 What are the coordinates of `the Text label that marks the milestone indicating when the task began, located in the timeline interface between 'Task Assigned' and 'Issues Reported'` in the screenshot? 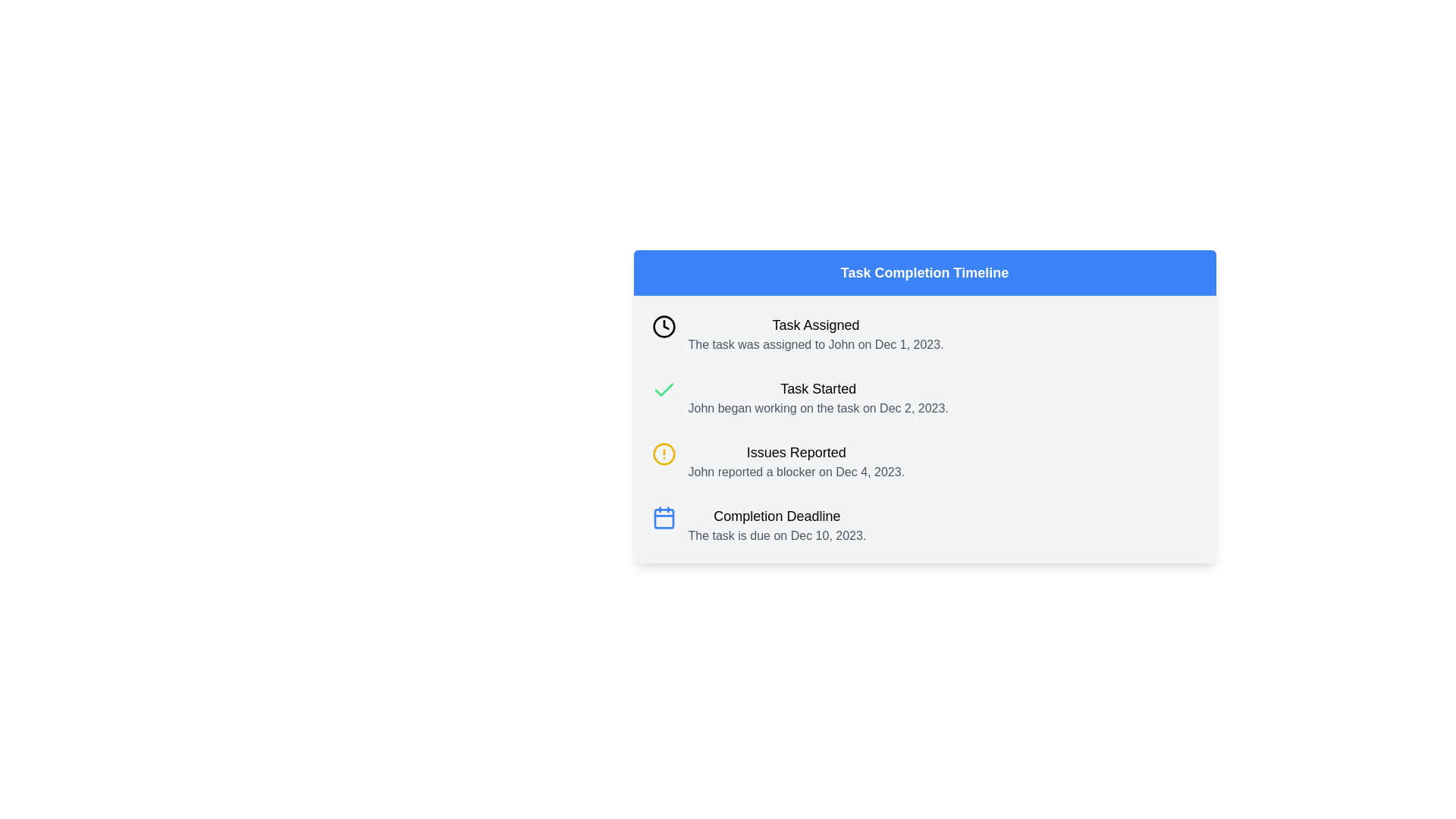 It's located at (817, 388).